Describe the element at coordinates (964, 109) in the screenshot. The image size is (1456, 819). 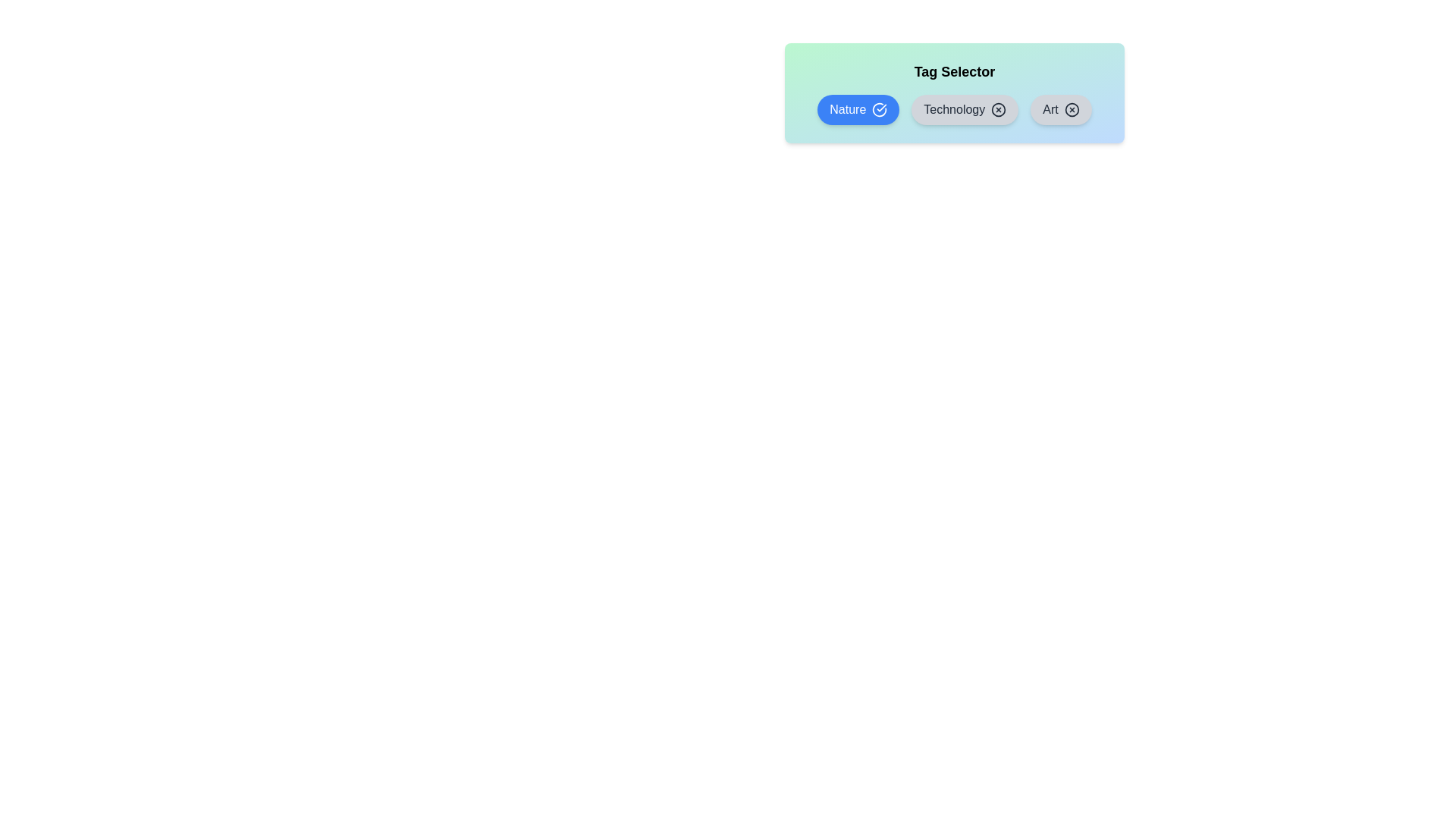
I see `the tag labeled Technology` at that location.